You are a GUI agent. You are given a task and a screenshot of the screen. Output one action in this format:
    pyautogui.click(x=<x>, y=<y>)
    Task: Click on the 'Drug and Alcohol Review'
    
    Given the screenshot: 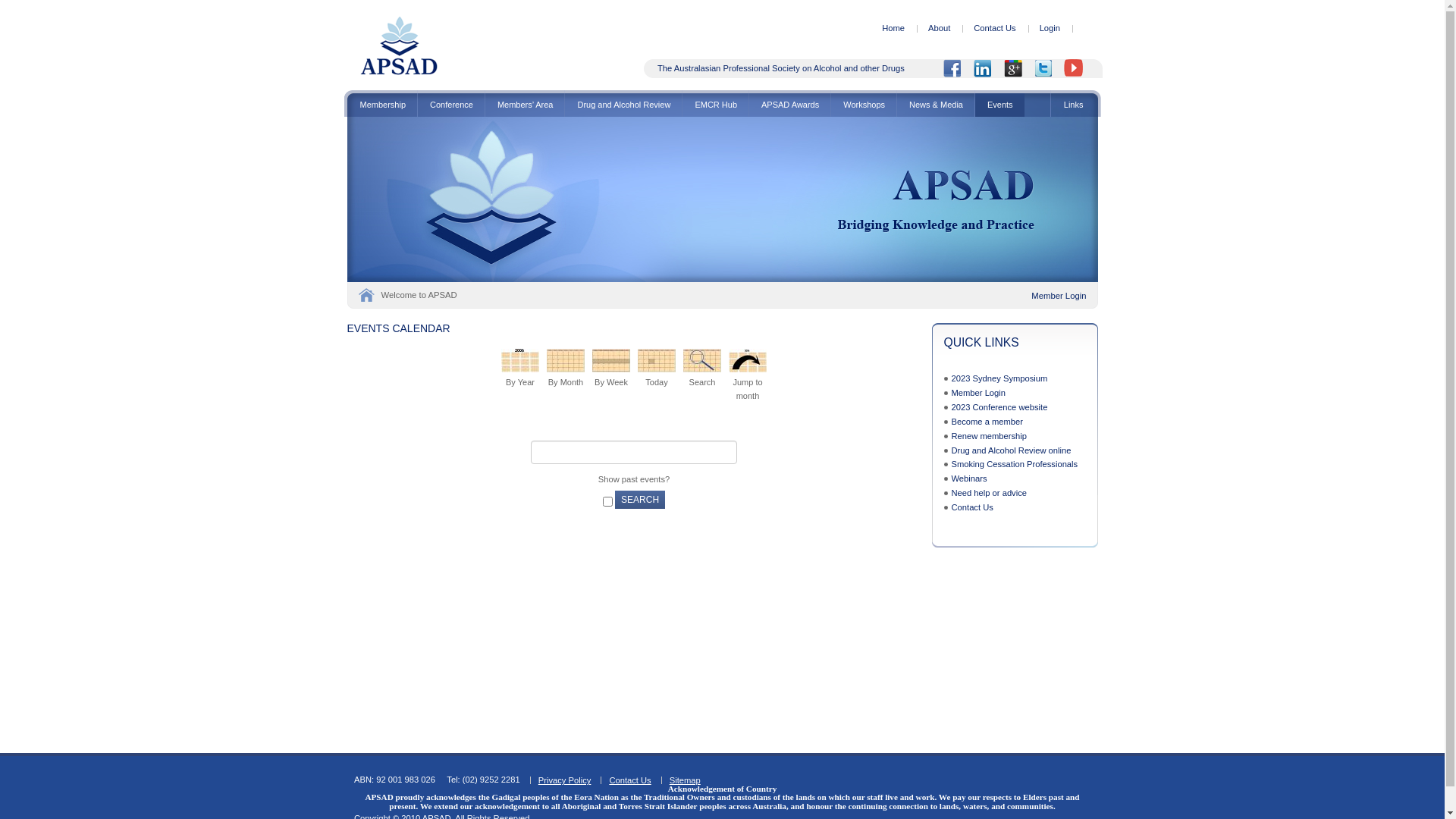 What is the action you would take?
    pyautogui.click(x=623, y=104)
    